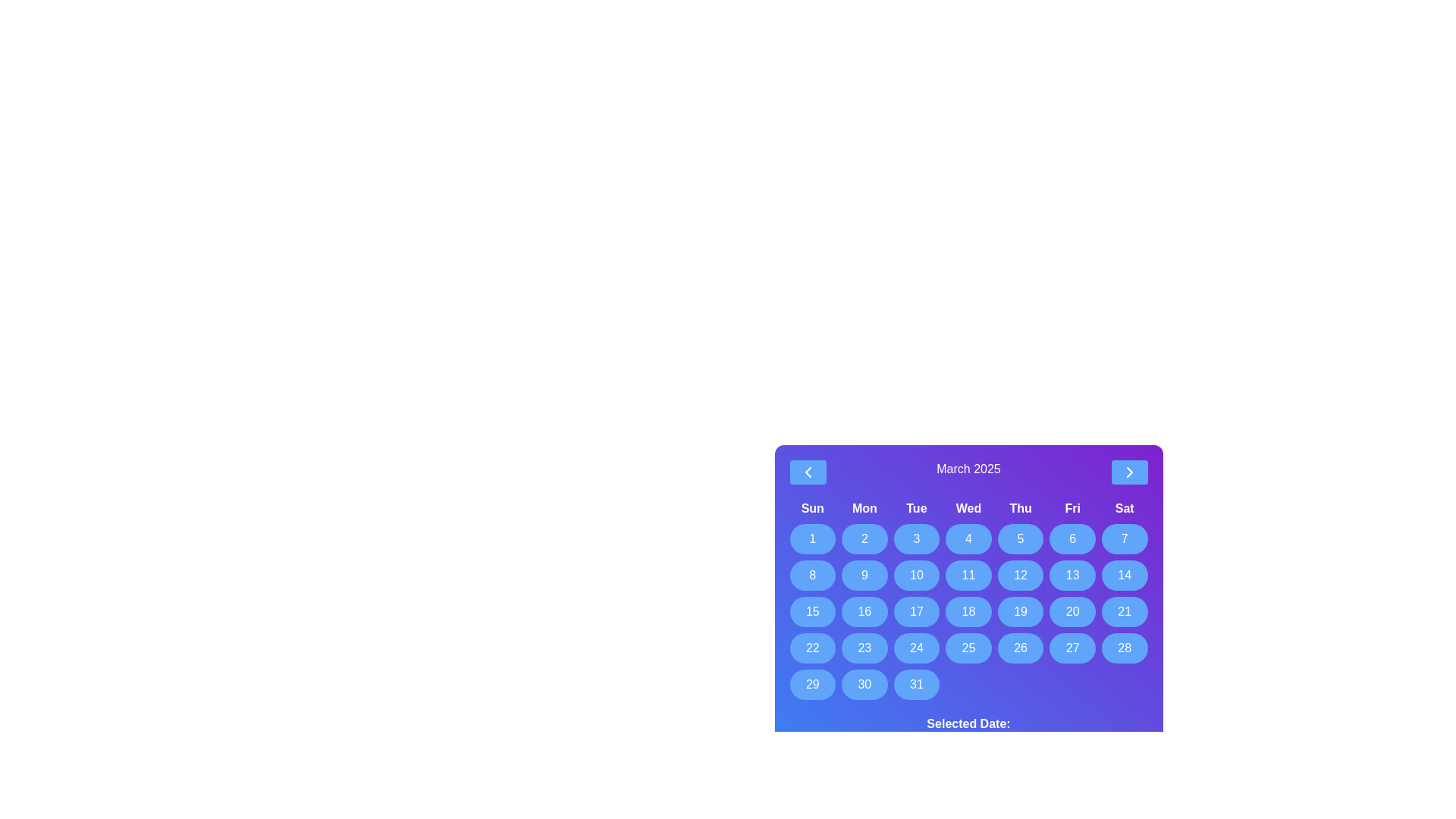 The image size is (1456, 819). What do you see at coordinates (1021, 538) in the screenshot?
I see `the circular blue button displaying the number '5' located in the calendar grid under the 'Thu' column to observe the visual change` at bounding box center [1021, 538].